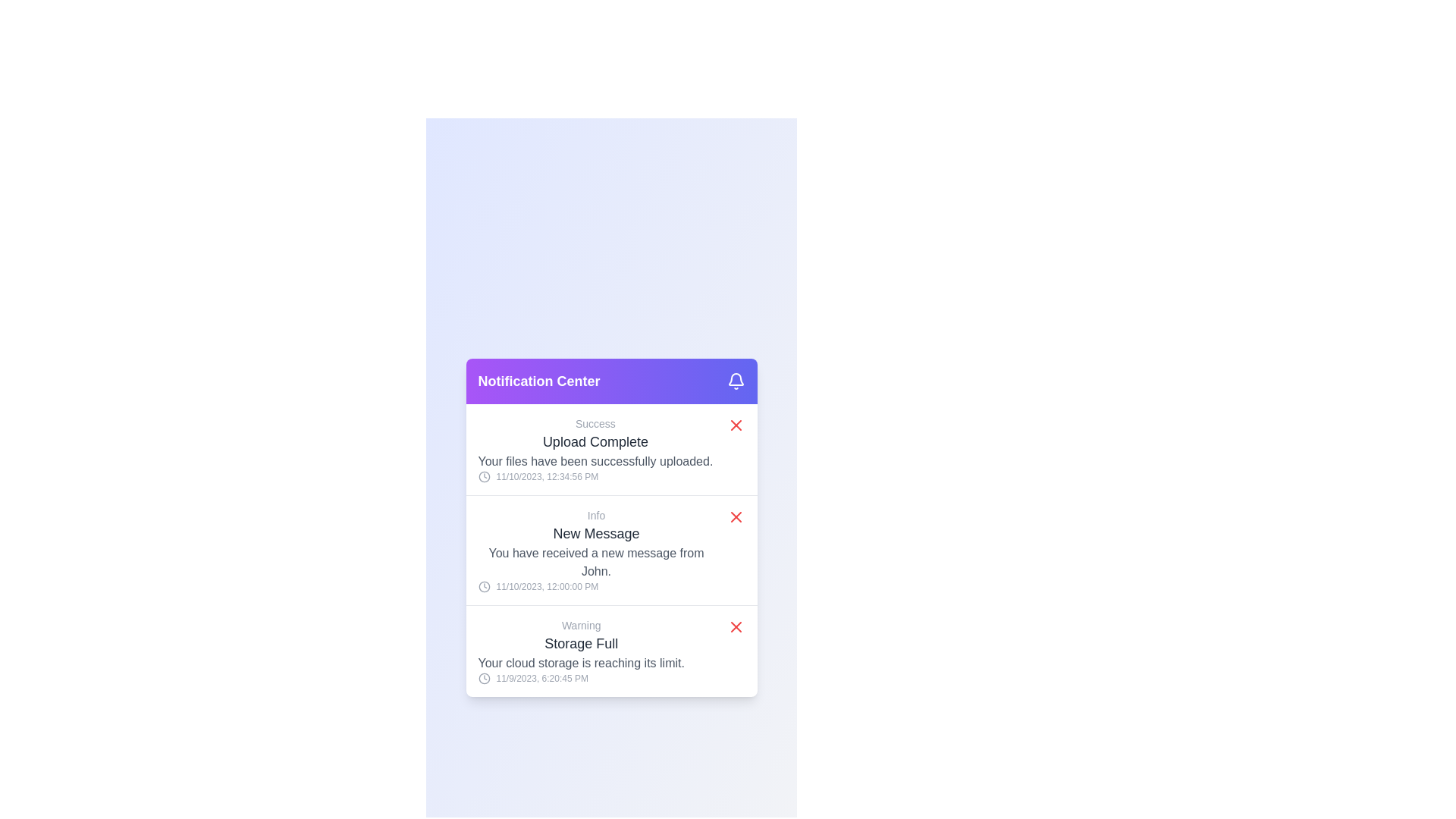 The image size is (1456, 819). Describe the element at coordinates (538, 380) in the screenshot. I see `the bold text label reading 'Notification Center' which is styled with a large font size and appears in white against a gradient background` at that location.